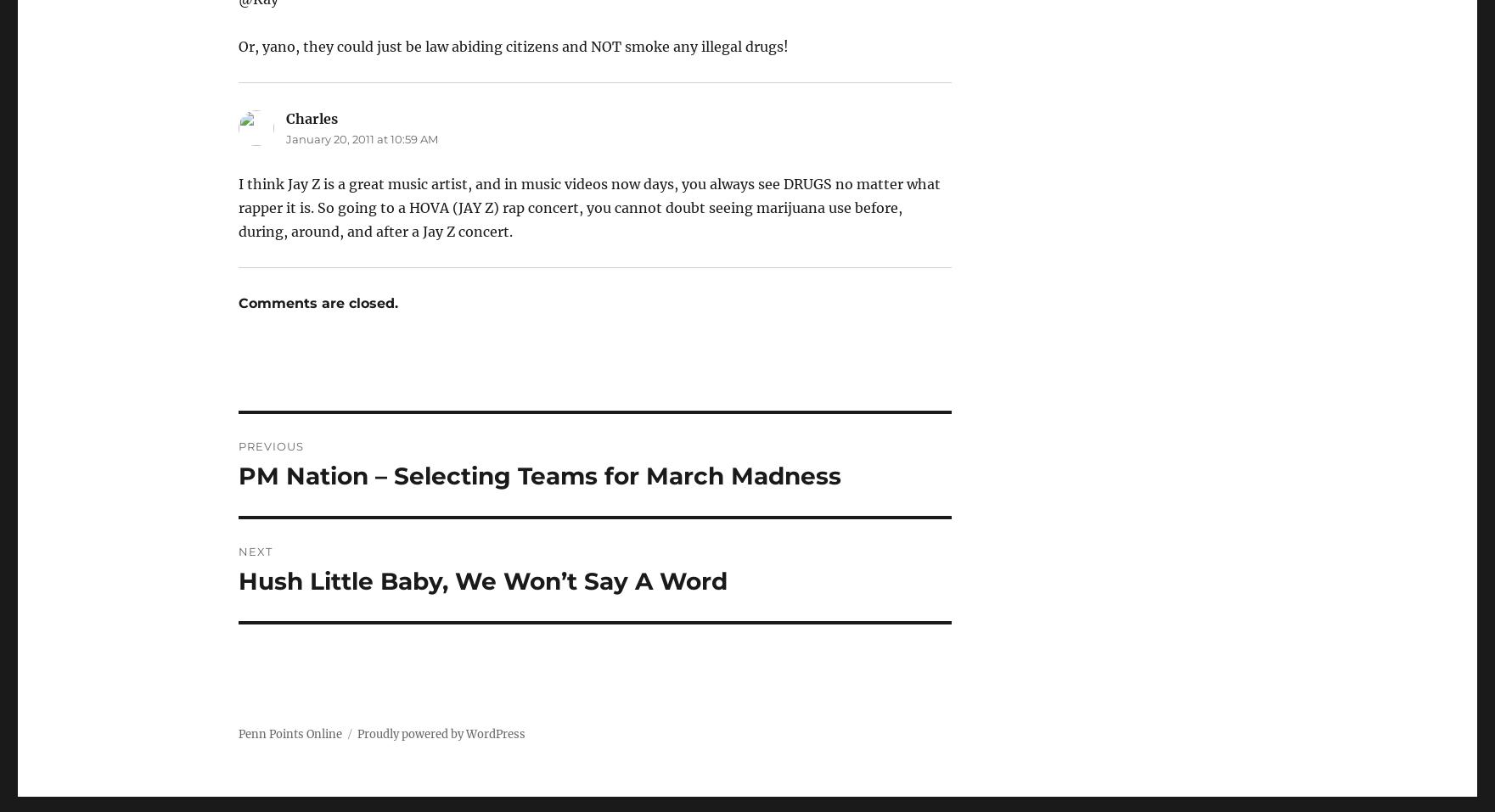  I want to click on 'Charles', so click(310, 119).